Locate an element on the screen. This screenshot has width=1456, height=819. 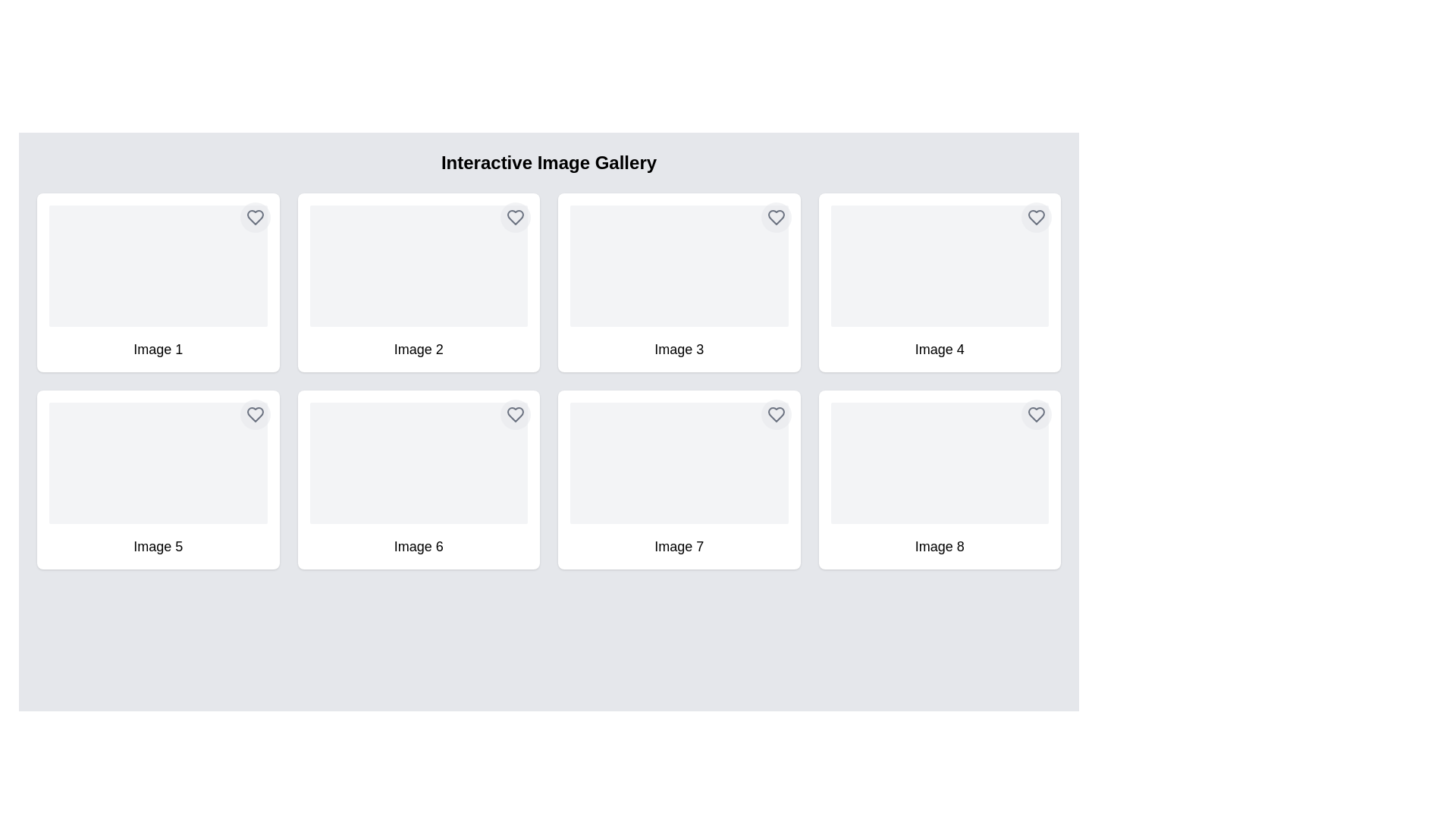
the heart-shaped icon inside the circular button located at the top-right corner of 'Image 1' to mark the item as favorite is located at coordinates (255, 217).